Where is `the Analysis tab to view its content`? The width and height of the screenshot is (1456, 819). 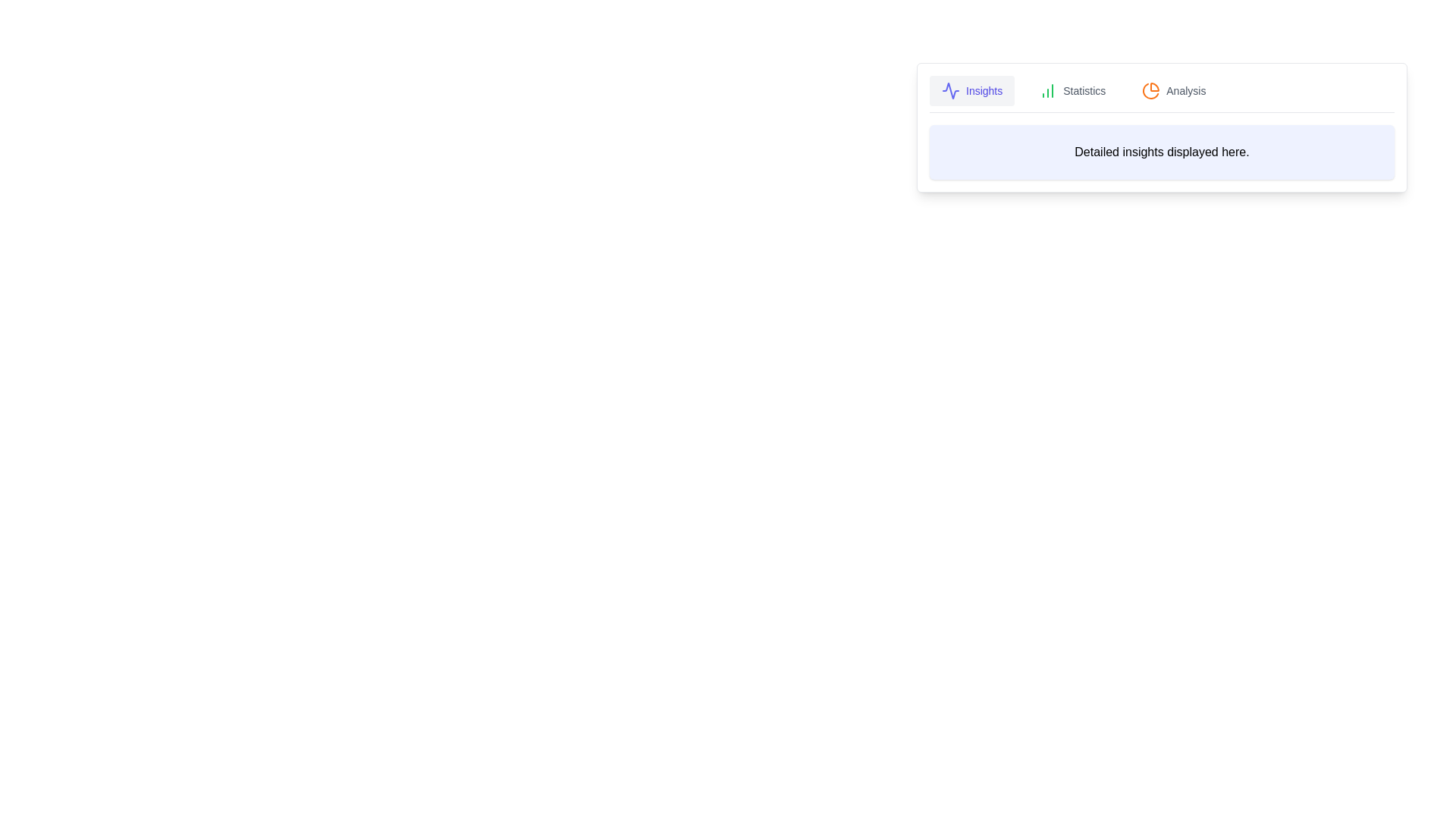
the Analysis tab to view its content is located at coordinates (1173, 90).